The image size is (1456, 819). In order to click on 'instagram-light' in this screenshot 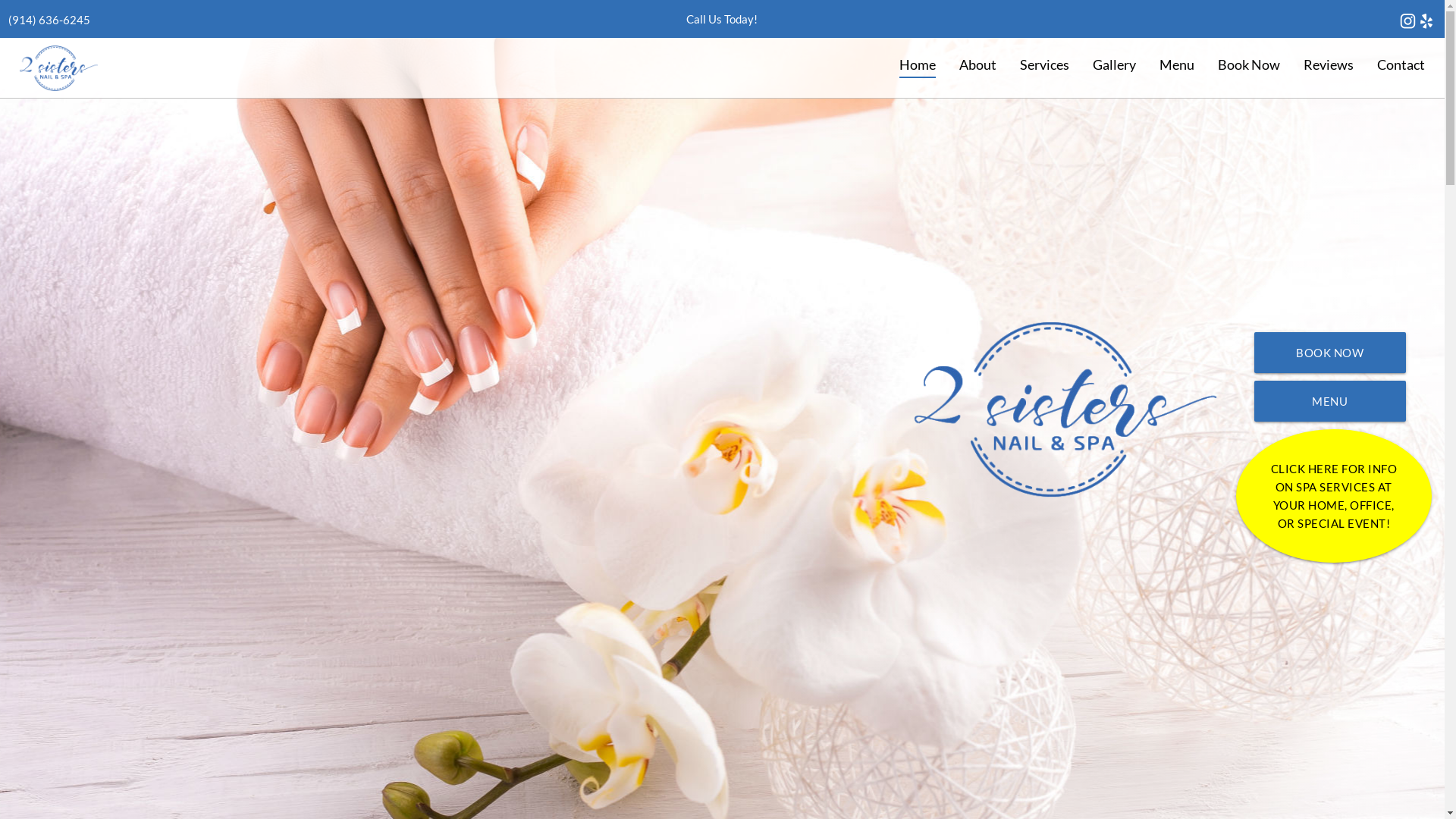, I will do `click(1407, 20)`.